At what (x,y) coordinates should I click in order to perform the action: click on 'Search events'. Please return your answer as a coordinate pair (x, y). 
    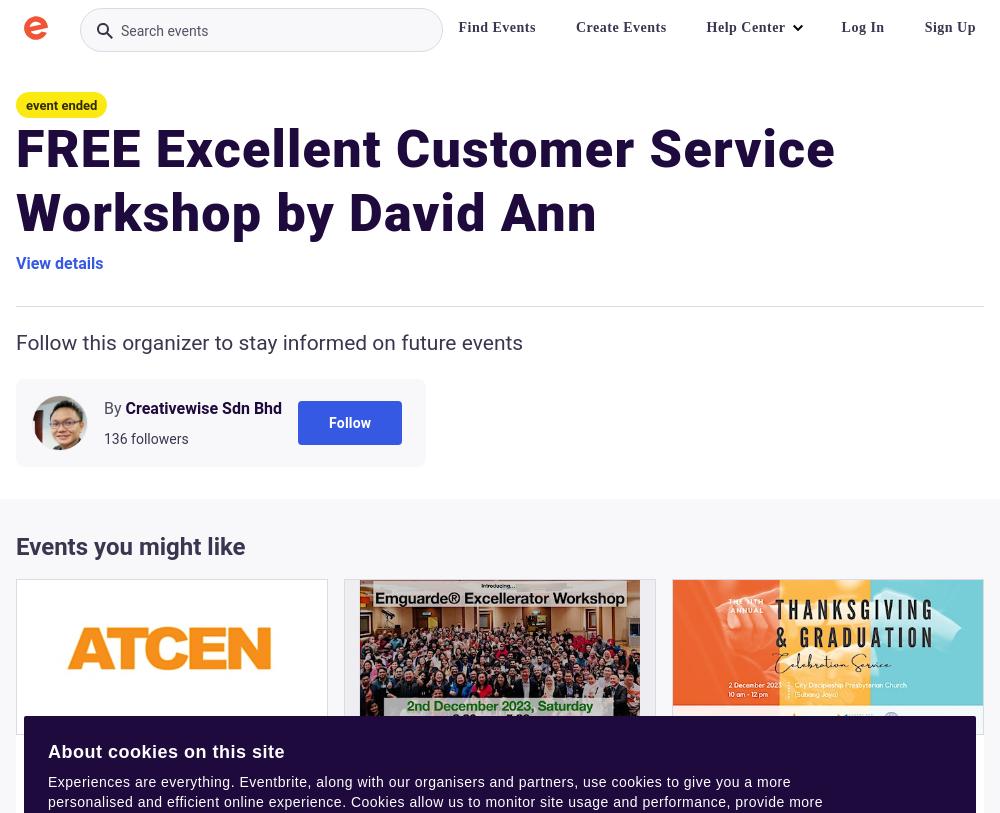
    Looking at the image, I should click on (164, 29).